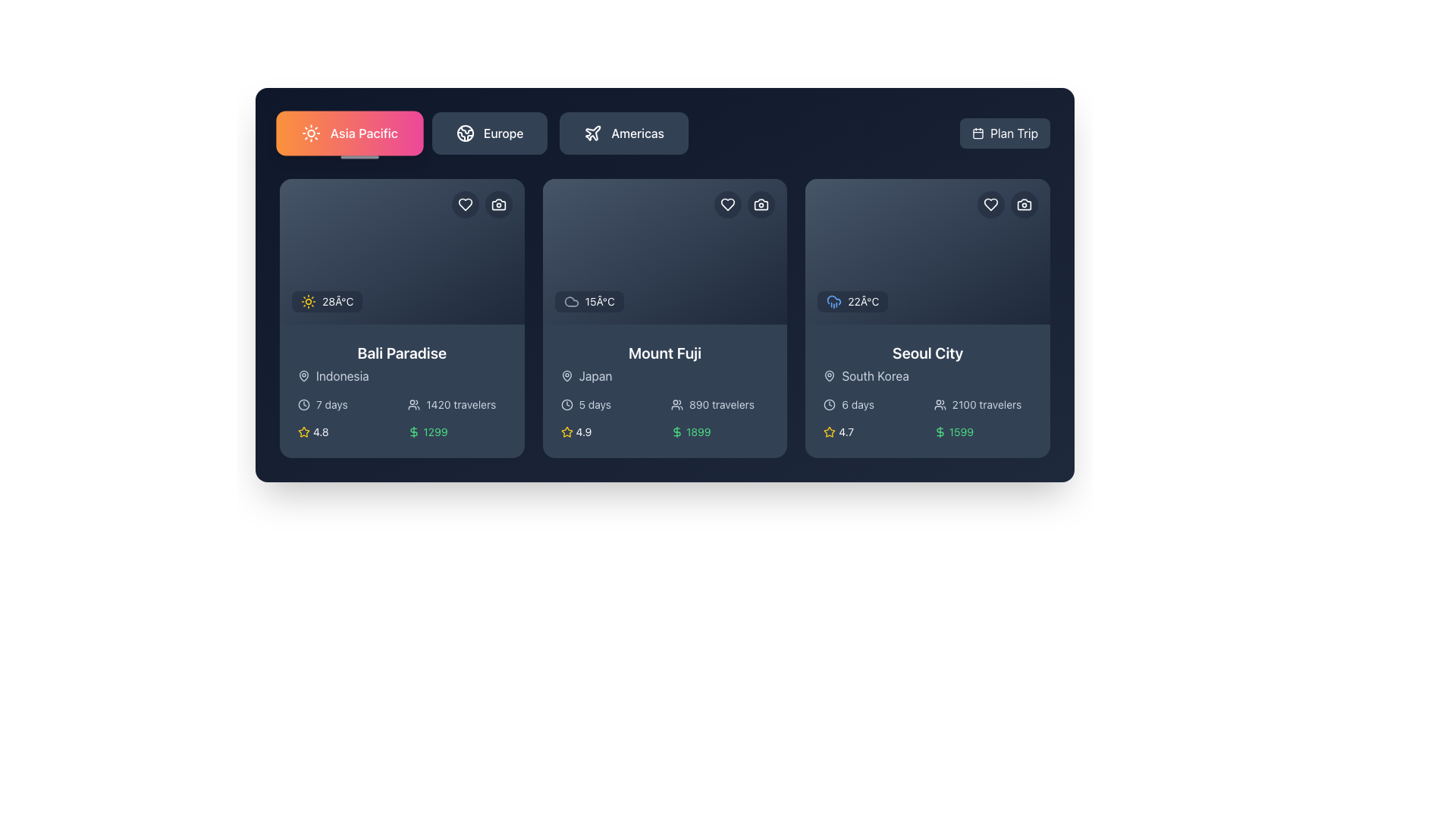  Describe the element at coordinates (829, 432) in the screenshot. I see `the first star icon with a gold outline next to the numeric rating '4.7' in the third card section representing 'Seoul City'` at that location.